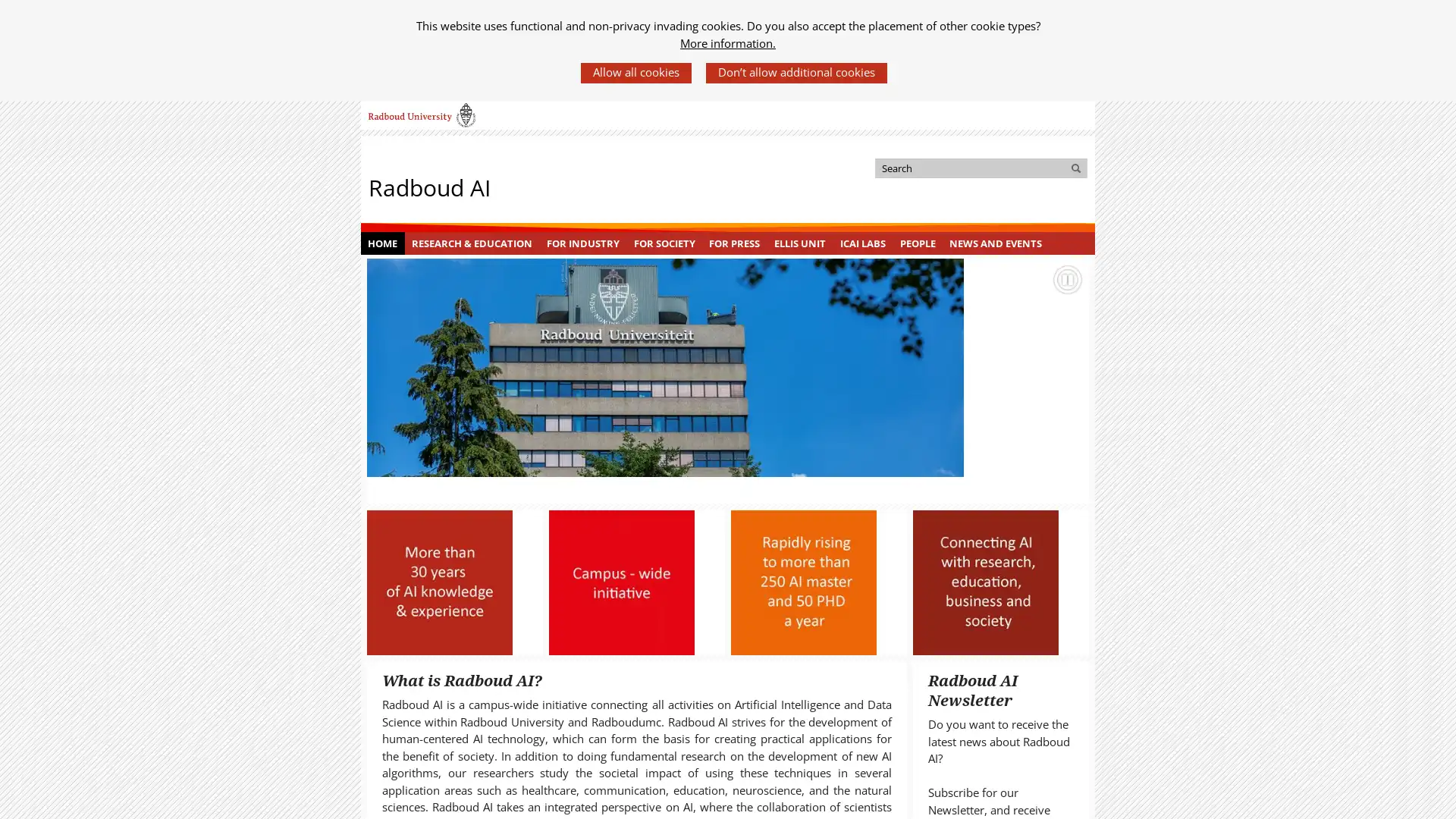  Describe the element at coordinates (1076, 168) in the screenshot. I see `Search` at that location.